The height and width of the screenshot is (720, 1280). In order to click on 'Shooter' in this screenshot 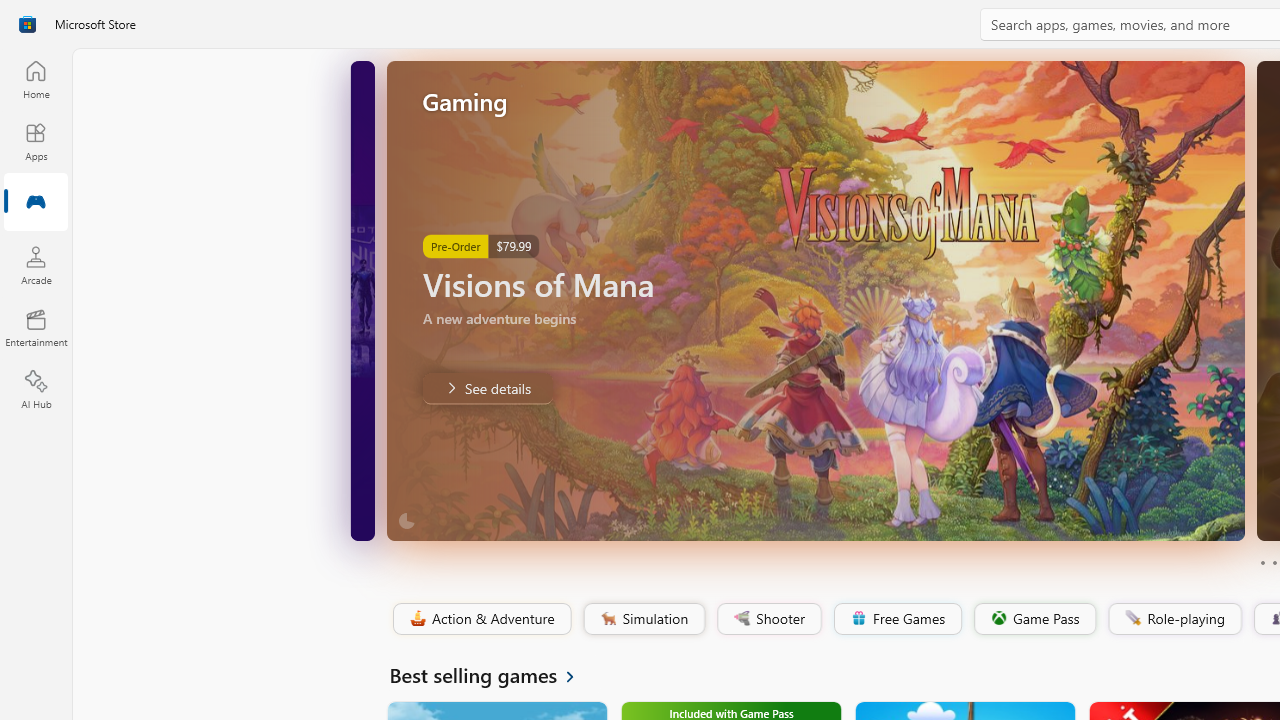, I will do `click(767, 618)`.